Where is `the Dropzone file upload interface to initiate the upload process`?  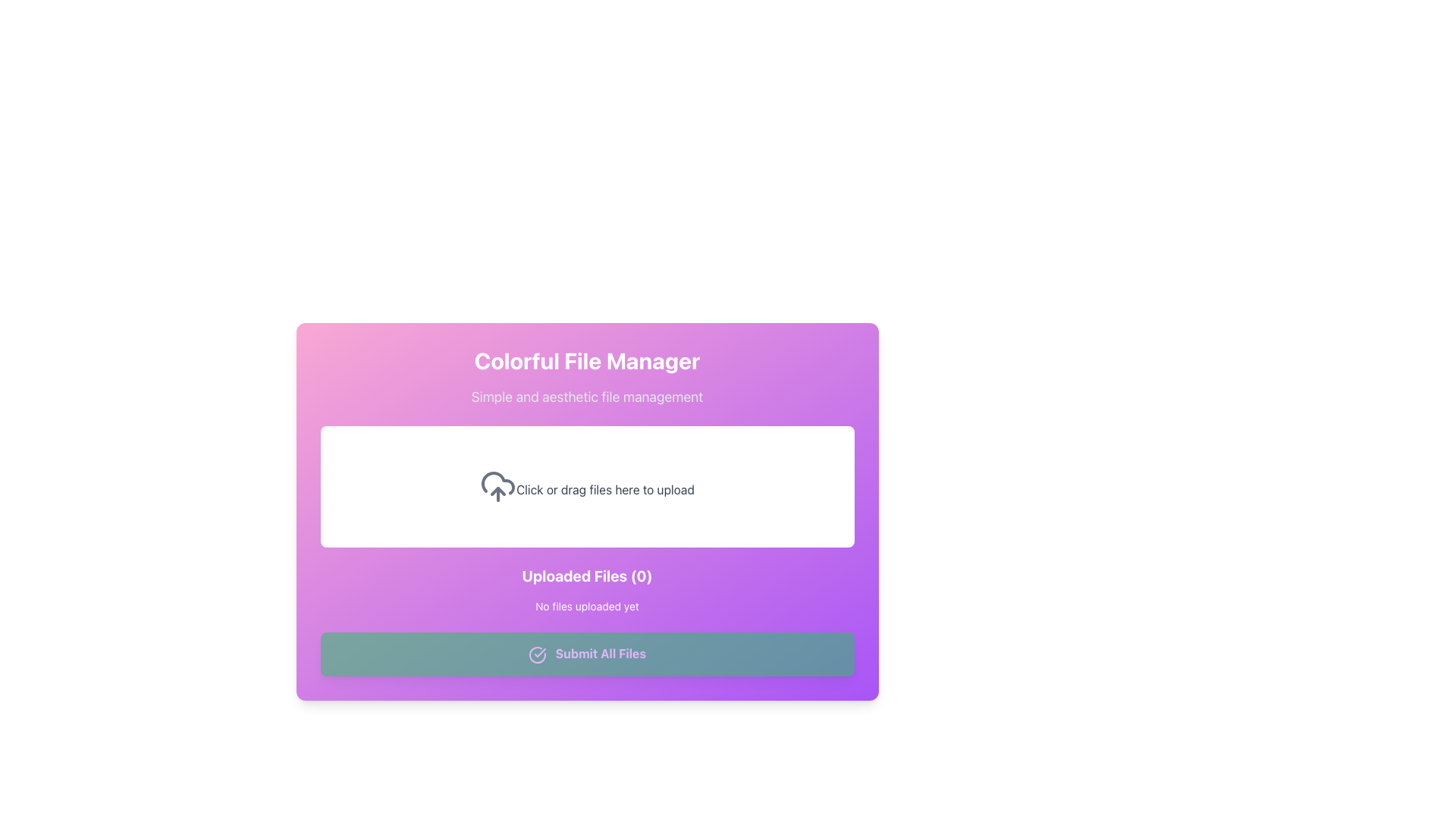 the Dropzone file upload interface to initiate the upload process is located at coordinates (586, 486).